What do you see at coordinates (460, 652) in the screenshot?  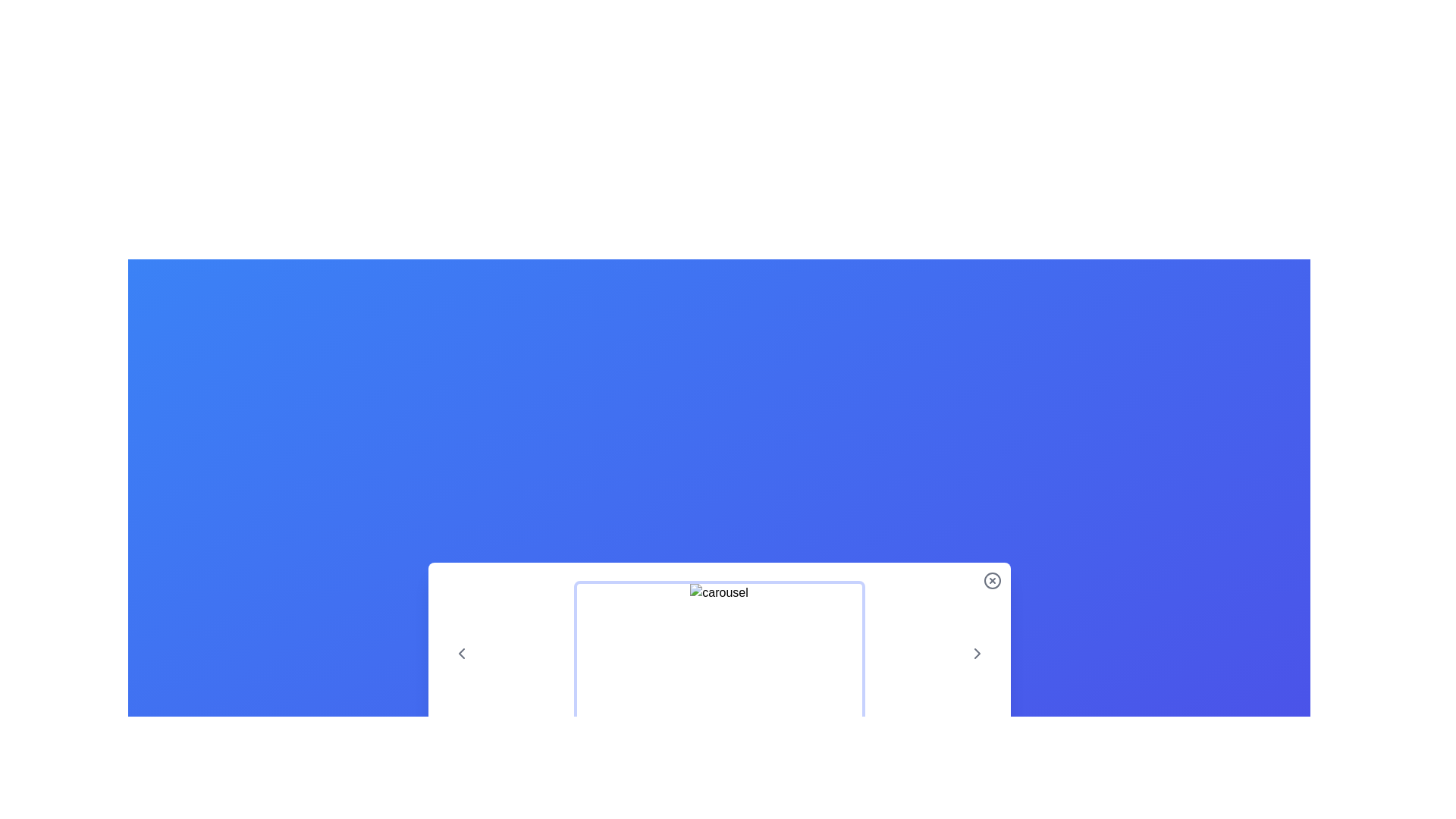 I see `the first interactive button in the navigation section` at bounding box center [460, 652].